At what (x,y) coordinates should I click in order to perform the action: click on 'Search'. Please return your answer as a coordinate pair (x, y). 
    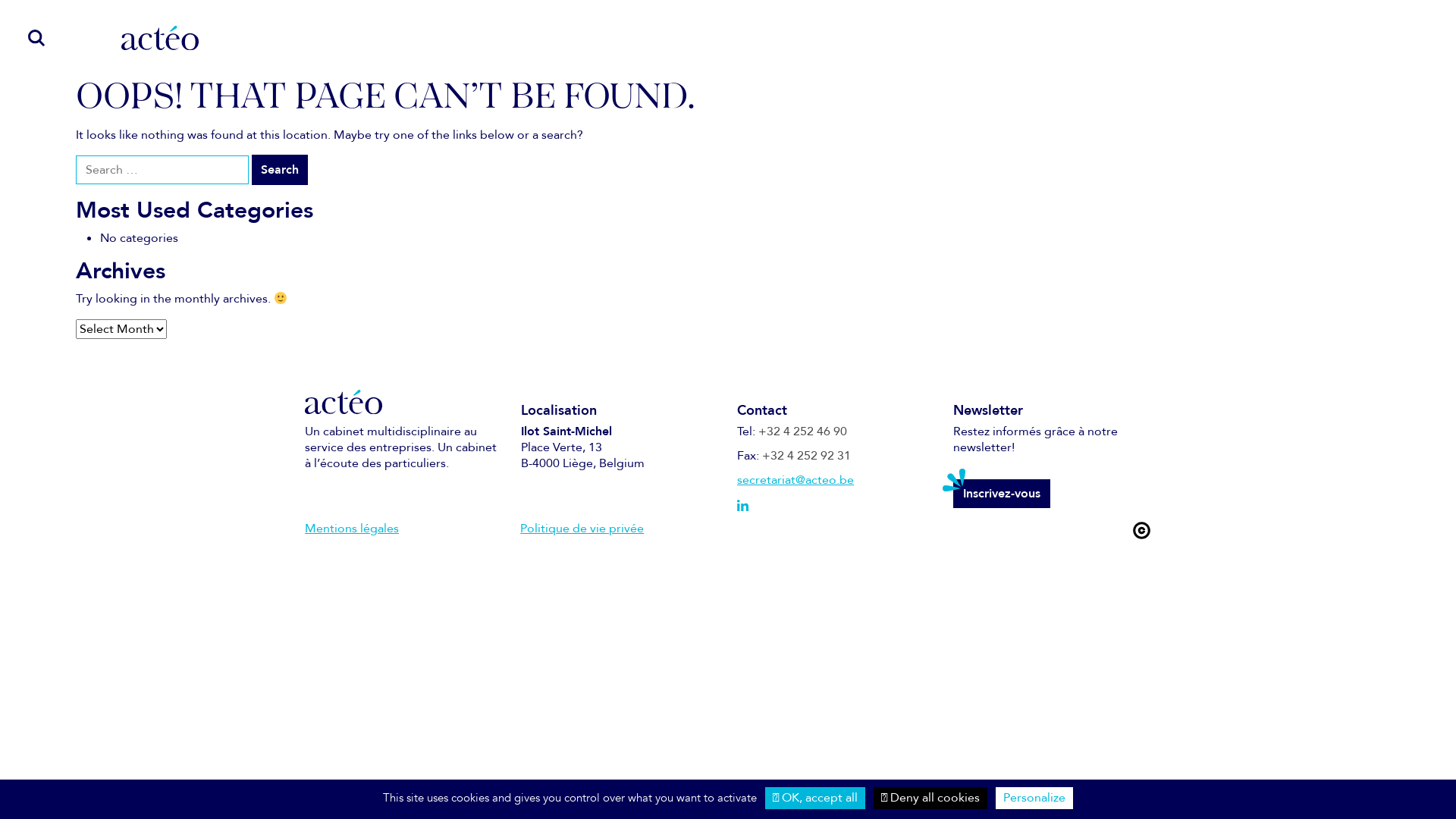
    Looking at the image, I should click on (251, 169).